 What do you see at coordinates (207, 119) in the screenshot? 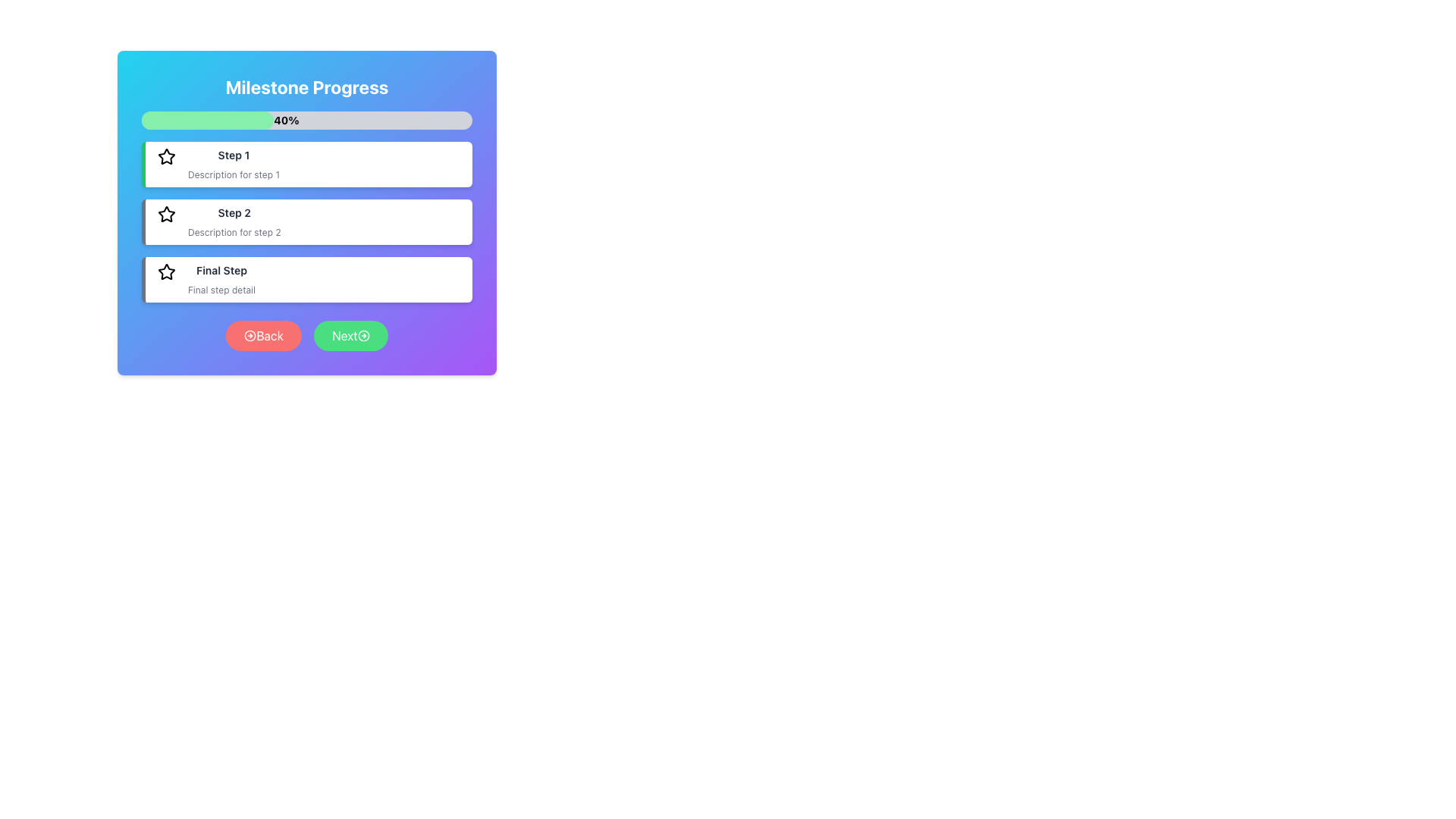
I see `the green progress bar that represents 40% completion, located below the title 'Milestone Progress'` at bounding box center [207, 119].